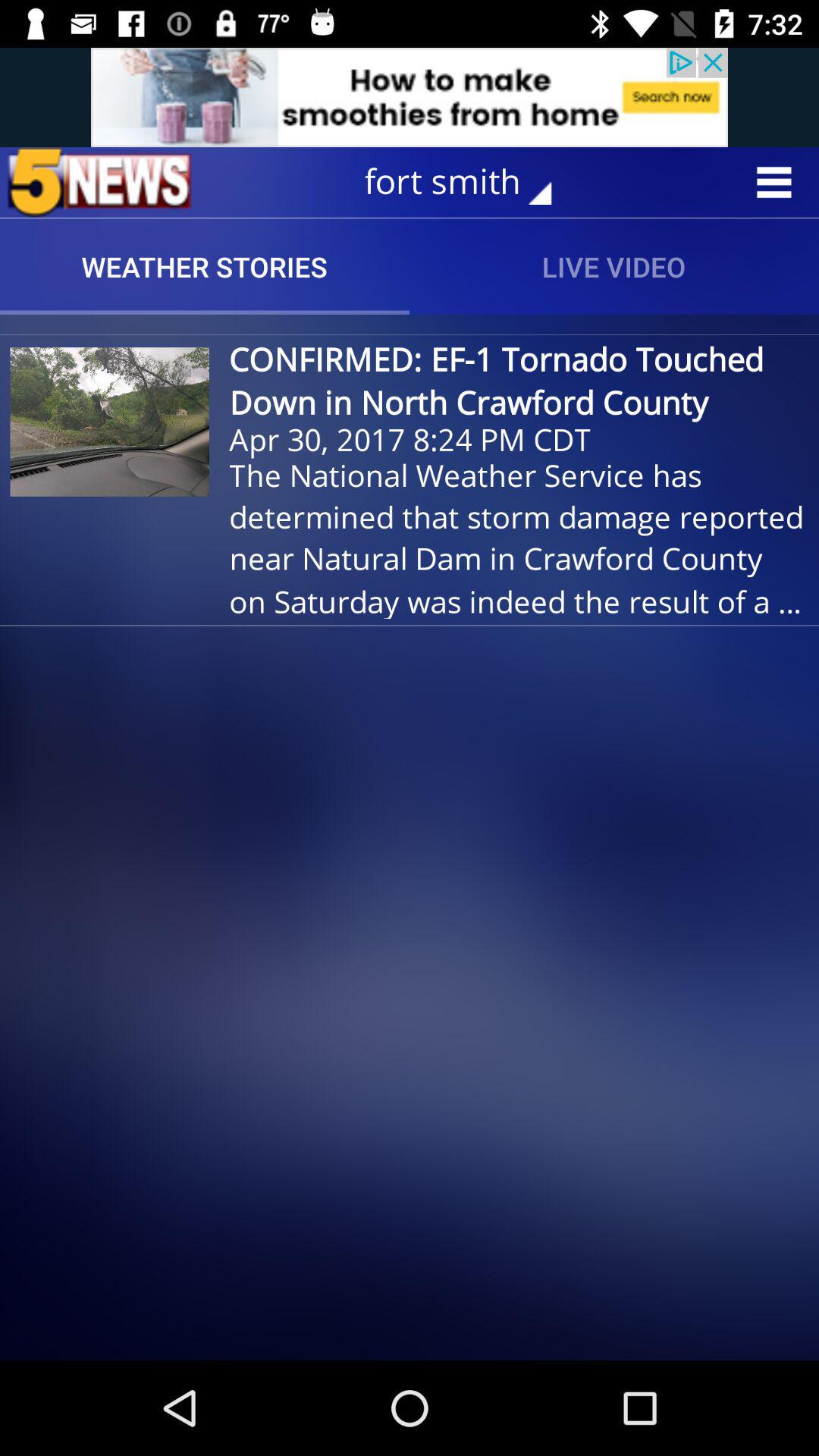 This screenshot has height=1456, width=819. I want to click on main page, so click(99, 182).